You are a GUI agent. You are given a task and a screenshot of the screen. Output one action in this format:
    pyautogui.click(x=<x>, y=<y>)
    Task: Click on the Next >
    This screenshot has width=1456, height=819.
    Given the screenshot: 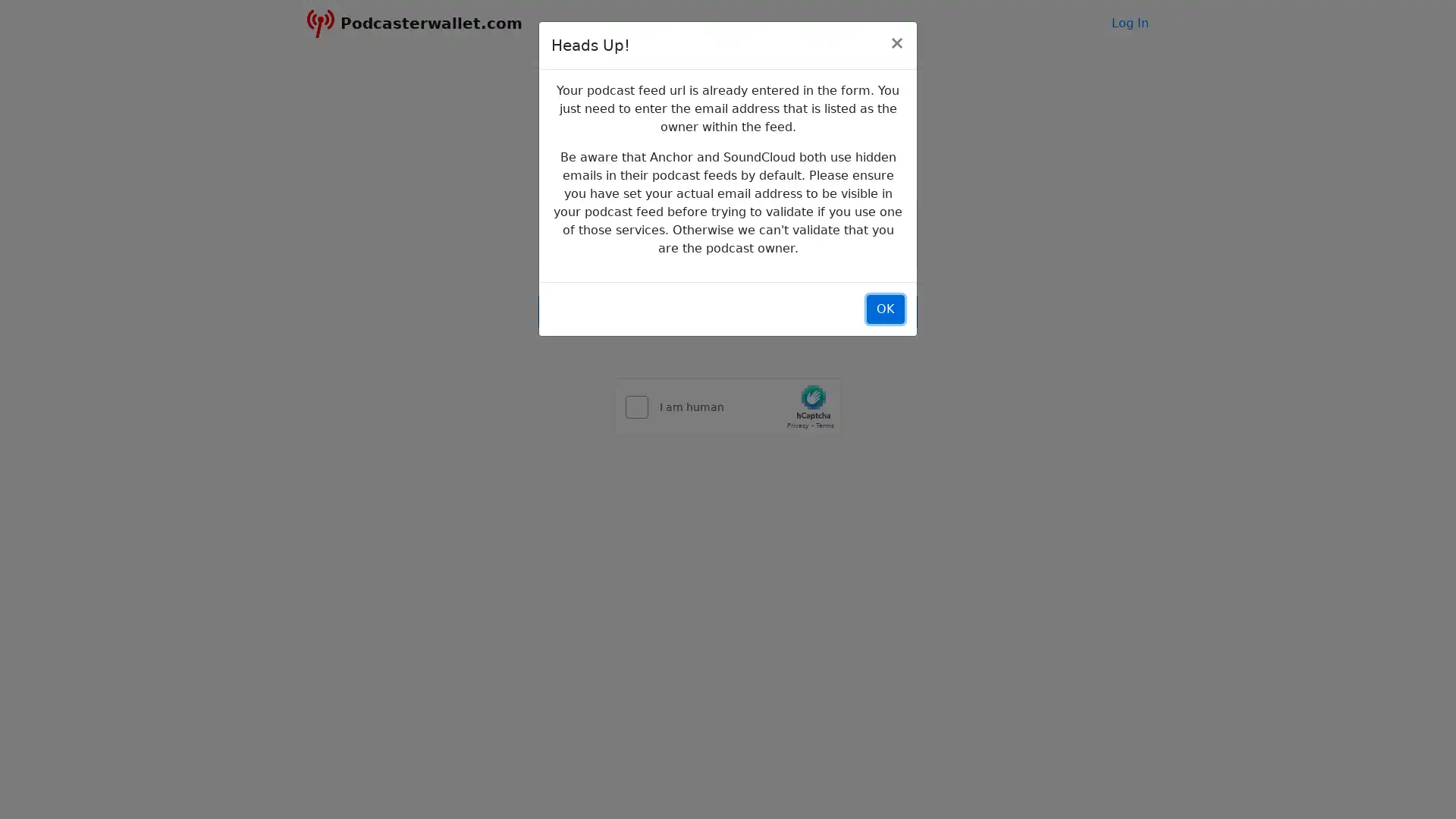 What is the action you would take?
    pyautogui.click(x=728, y=309)
    